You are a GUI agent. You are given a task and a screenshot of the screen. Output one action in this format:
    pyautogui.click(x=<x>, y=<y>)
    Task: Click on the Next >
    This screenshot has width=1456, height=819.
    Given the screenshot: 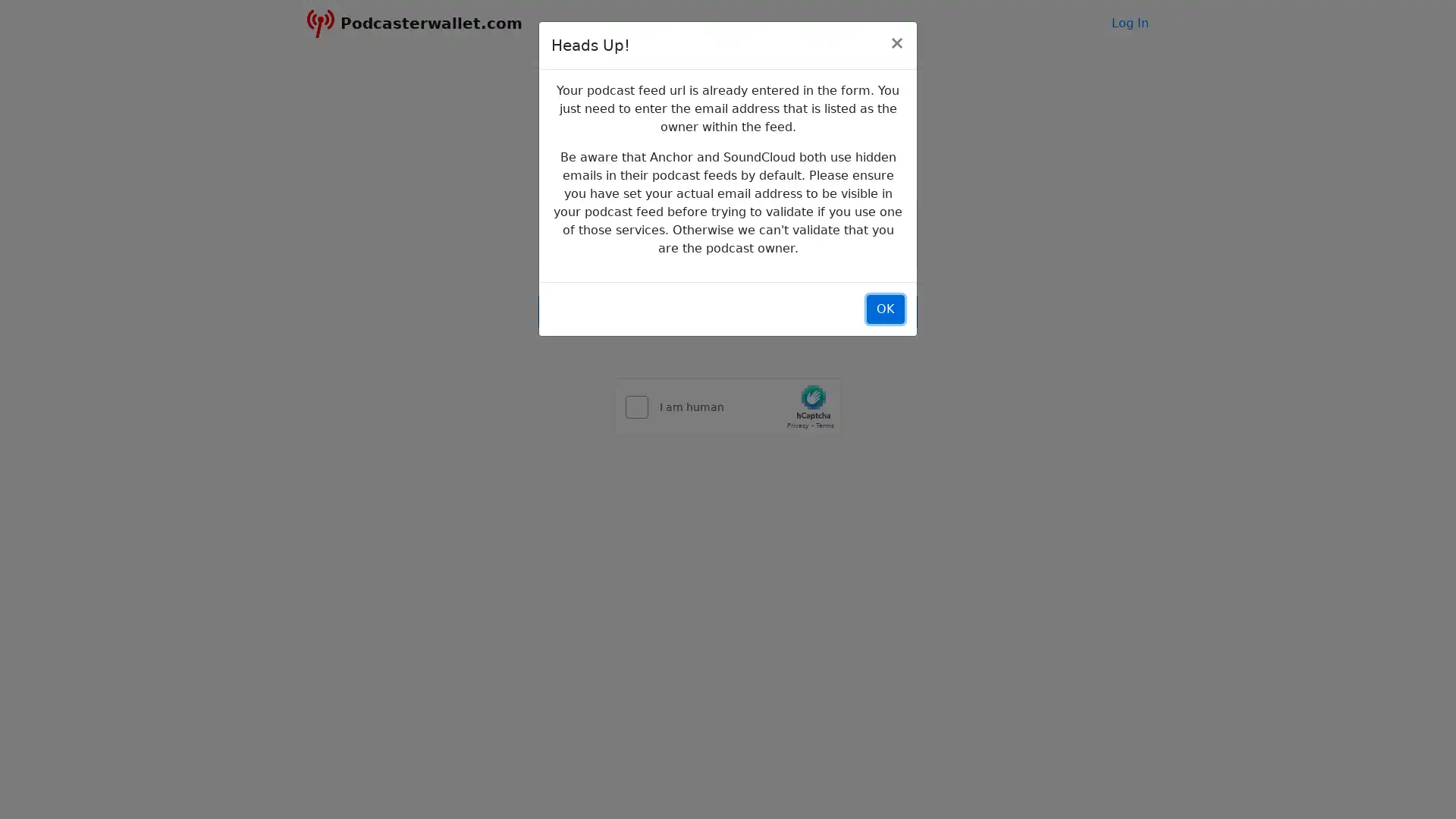 What is the action you would take?
    pyautogui.click(x=728, y=309)
    